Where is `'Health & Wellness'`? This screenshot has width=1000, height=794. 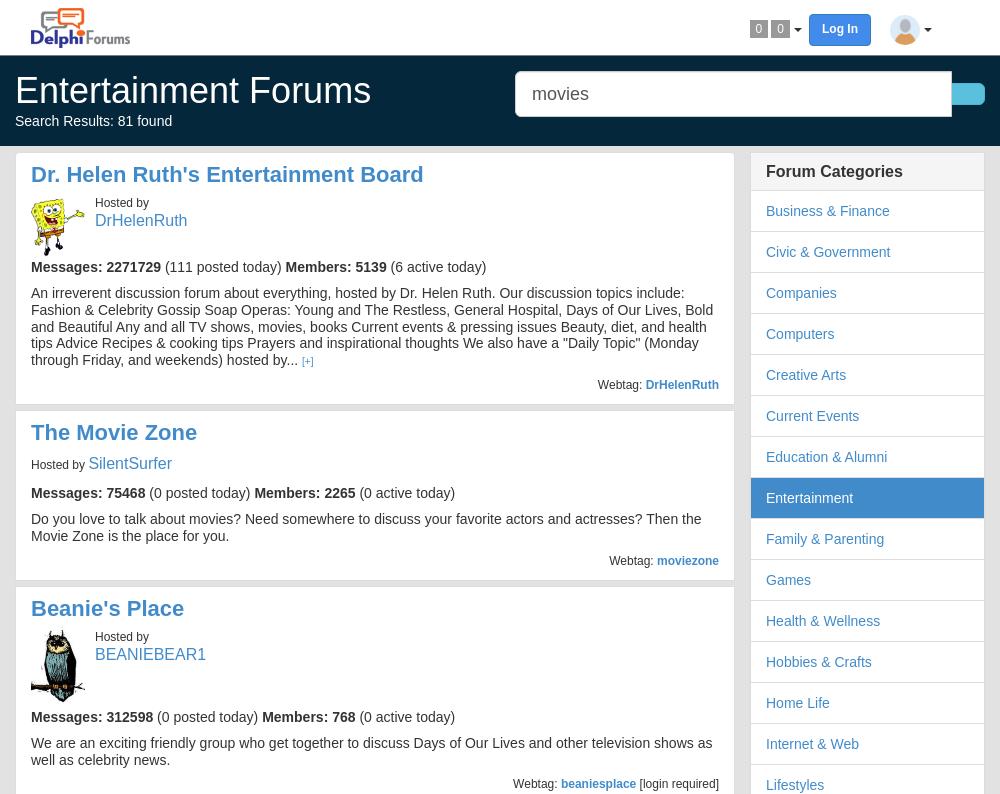 'Health & Wellness' is located at coordinates (822, 620).